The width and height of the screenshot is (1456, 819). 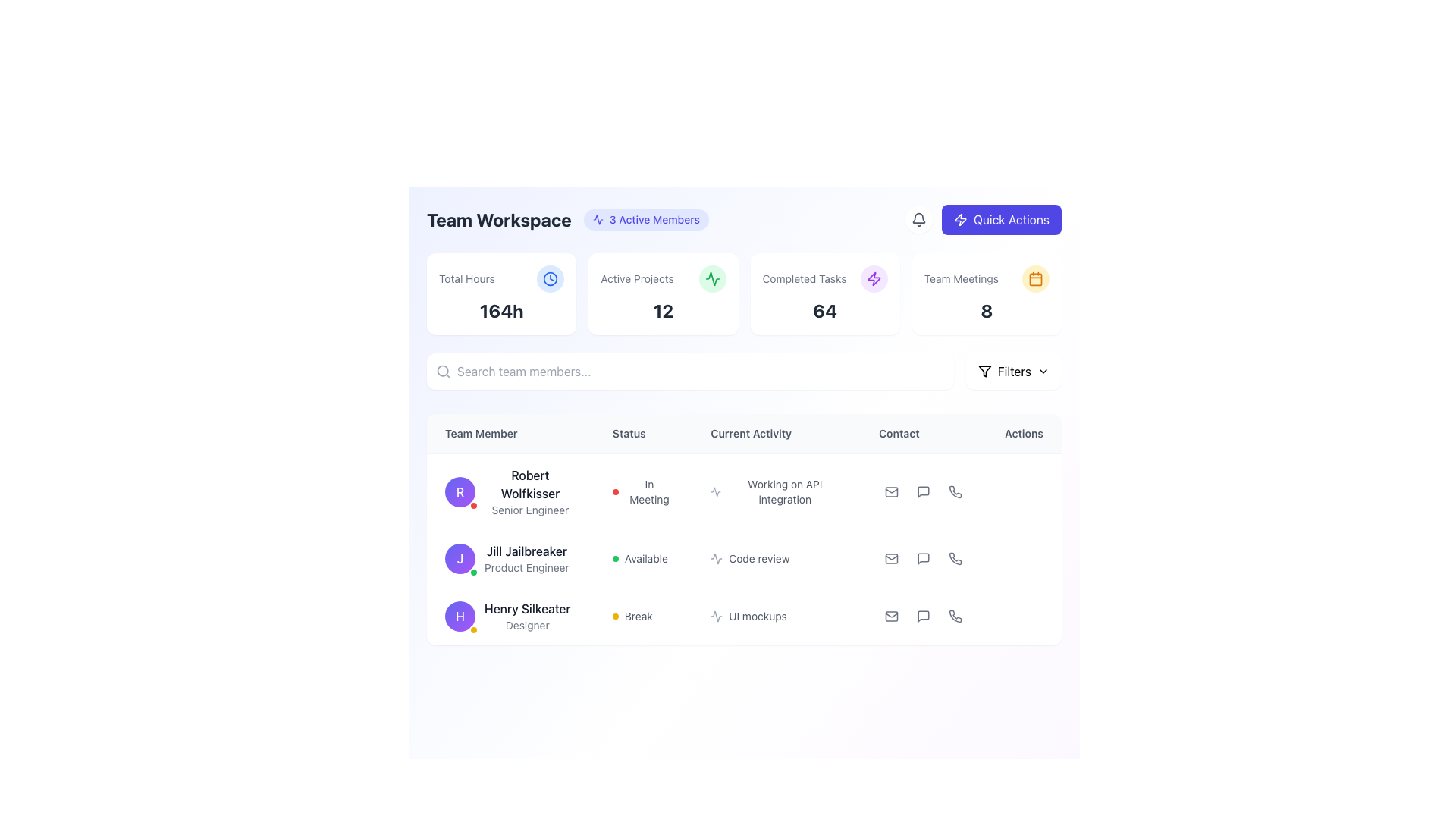 What do you see at coordinates (646, 558) in the screenshot?
I see `the status indicator text label for user 'Jill Jailbreaker' which shows that the user is currently 'Available.'` at bounding box center [646, 558].